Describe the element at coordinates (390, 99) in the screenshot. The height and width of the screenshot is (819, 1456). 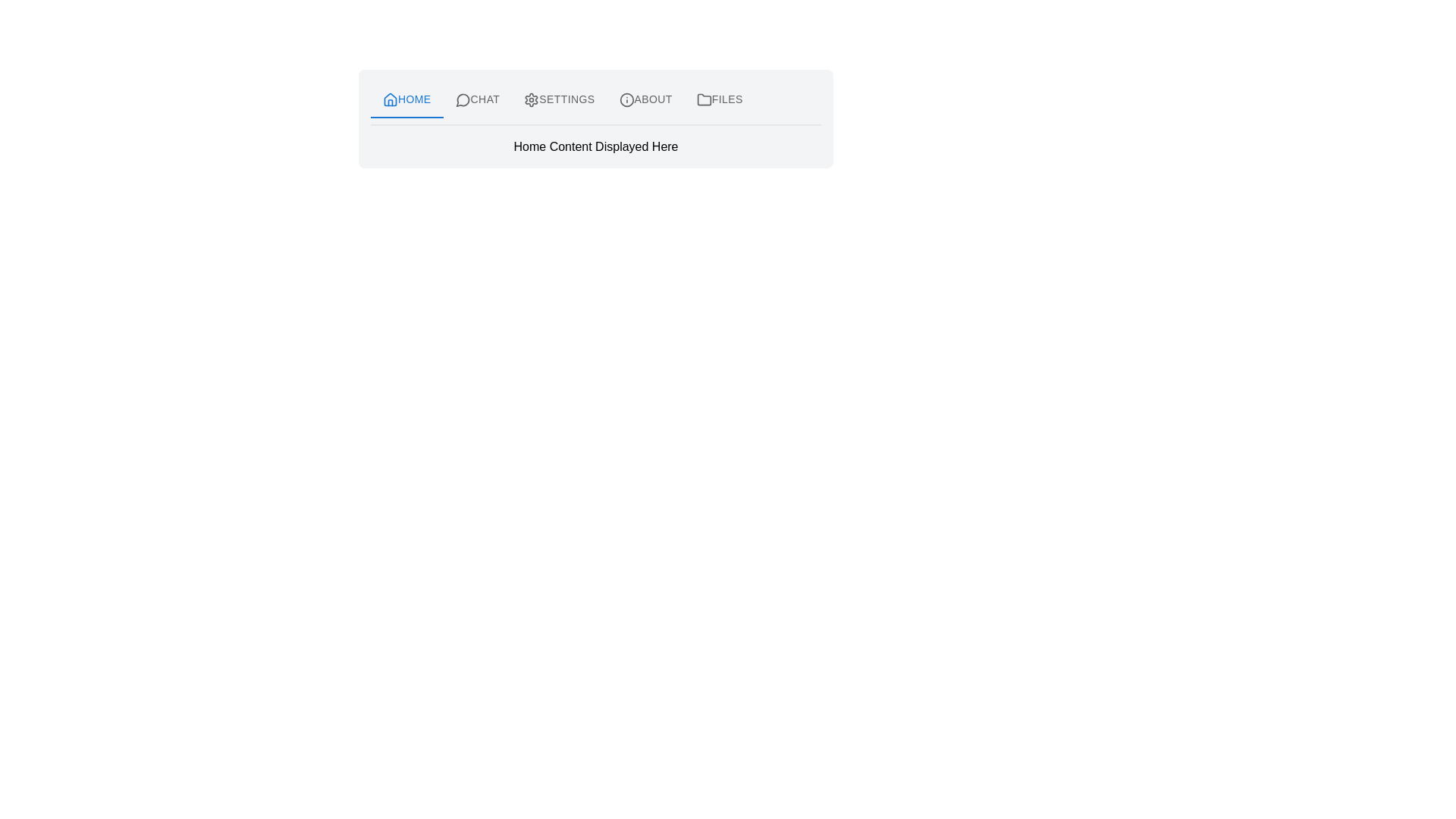
I see `the house-shaped icon with rounded edges, which is located adjacent to the 'Home' label in the navigation bar` at that location.